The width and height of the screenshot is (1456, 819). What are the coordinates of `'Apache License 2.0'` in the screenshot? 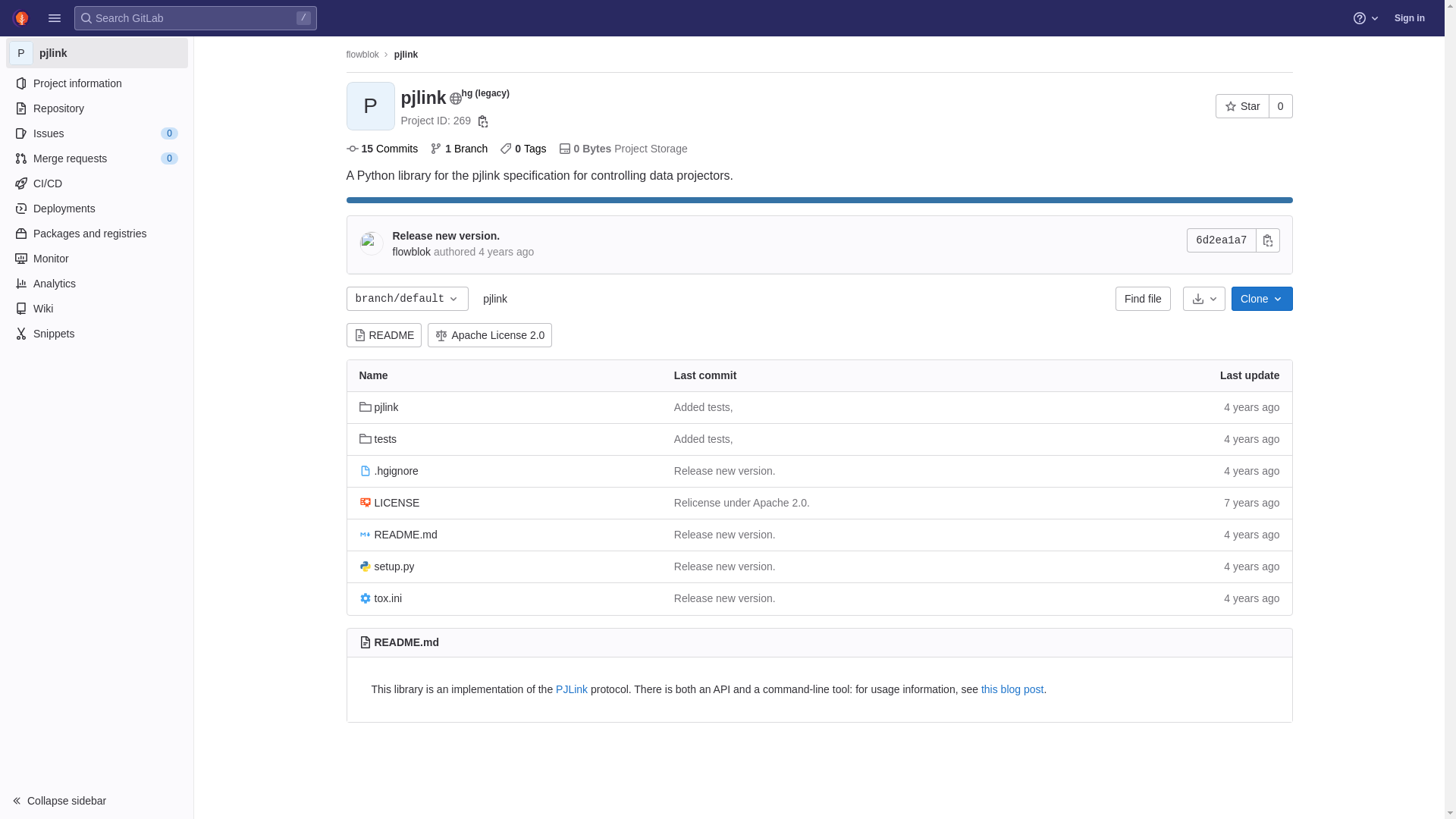 It's located at (490, 334).